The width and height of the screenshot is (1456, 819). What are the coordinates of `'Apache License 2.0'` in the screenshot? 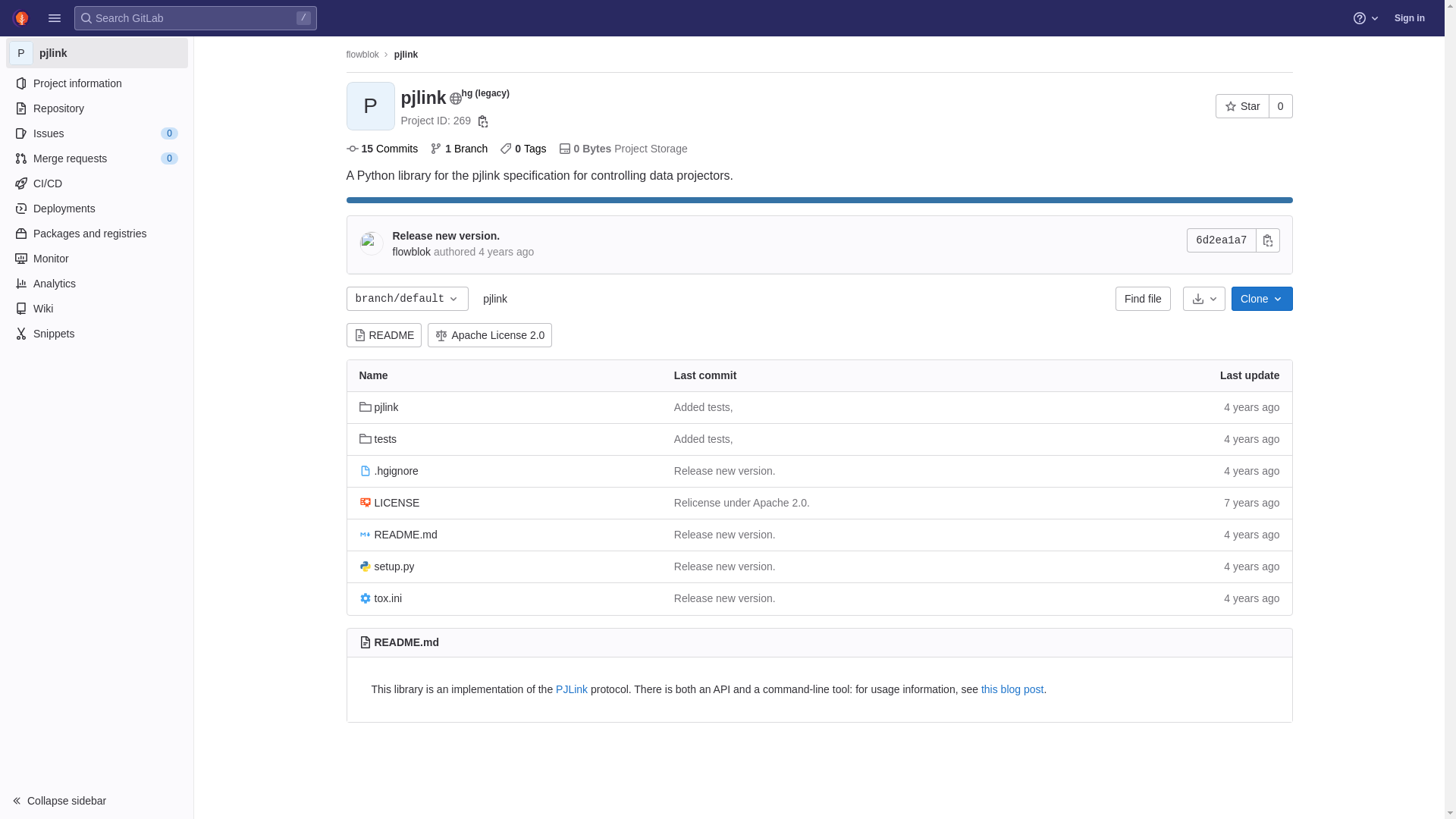 It's located at (490, 334).